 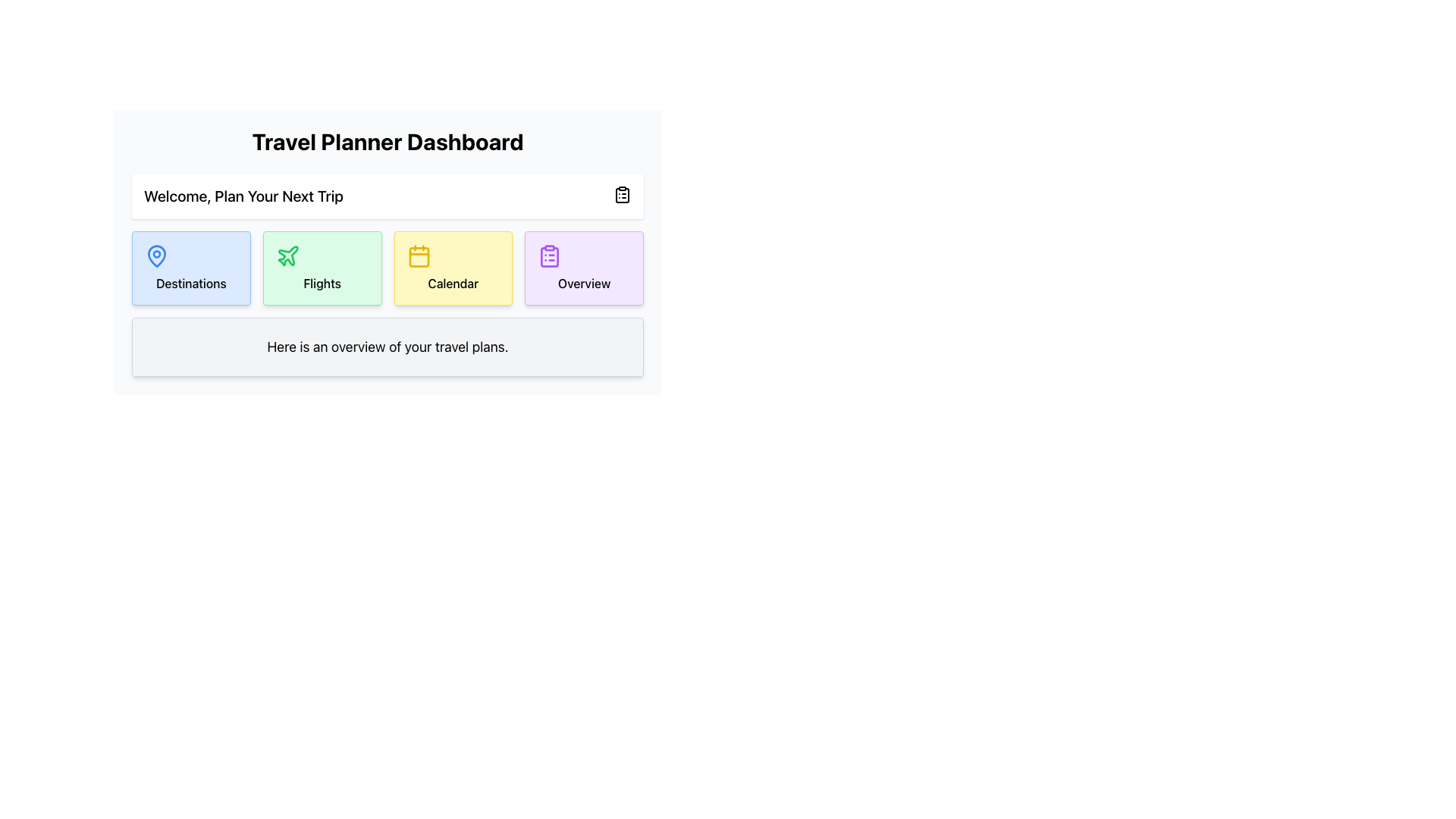 What do you see at coordinates (419, 256) in the screenshot?
I see `the bright yellow calendar icon located in the third column of the navigation options row` at bounding box center [419, 256].